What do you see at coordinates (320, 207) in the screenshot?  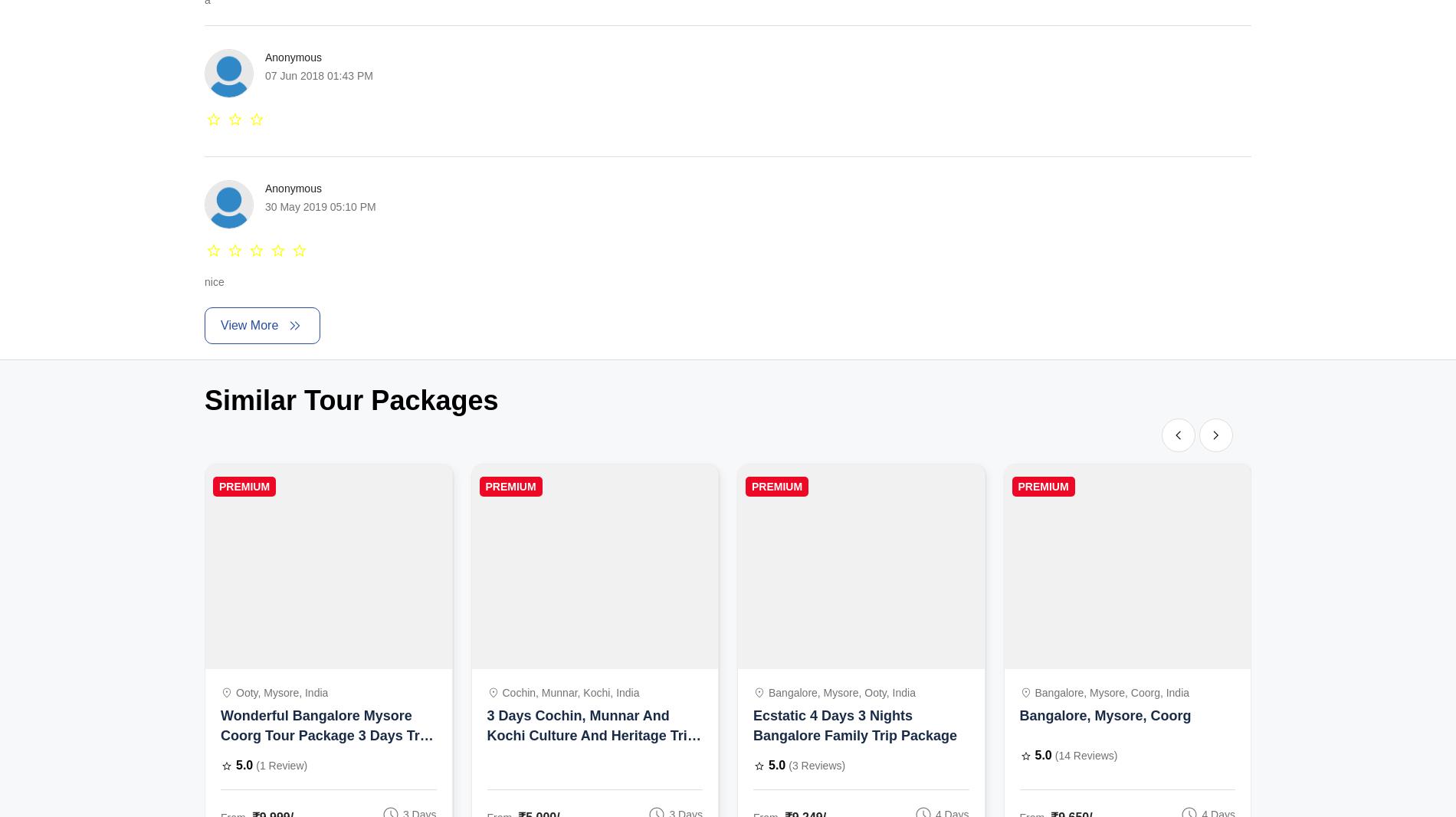 I see `'30 May 2019 05:10 PM'` at bounding box center [320, 207].